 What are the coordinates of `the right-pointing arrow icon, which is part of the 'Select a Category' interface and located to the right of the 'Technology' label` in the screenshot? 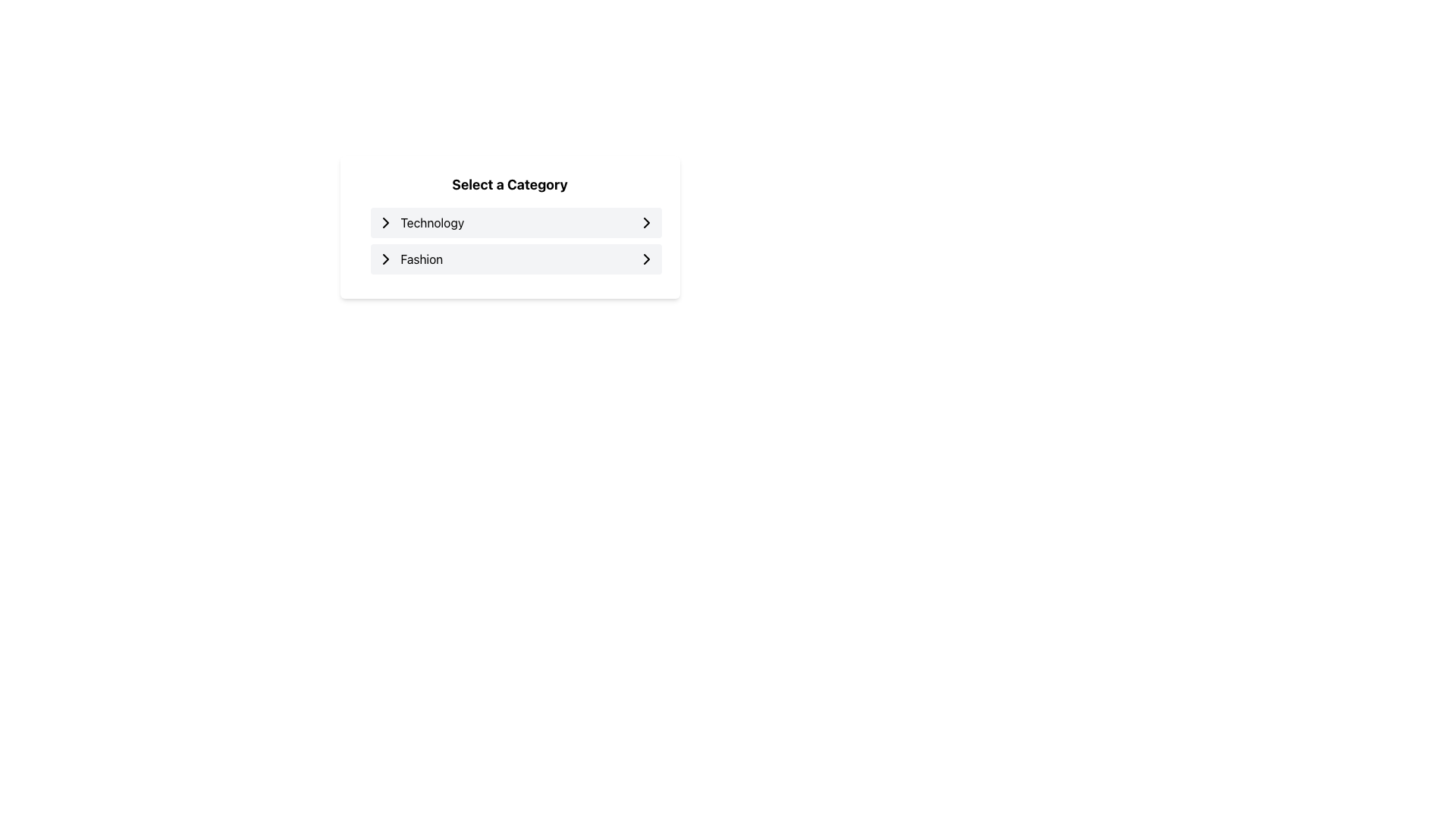 It's located at (646, 222).